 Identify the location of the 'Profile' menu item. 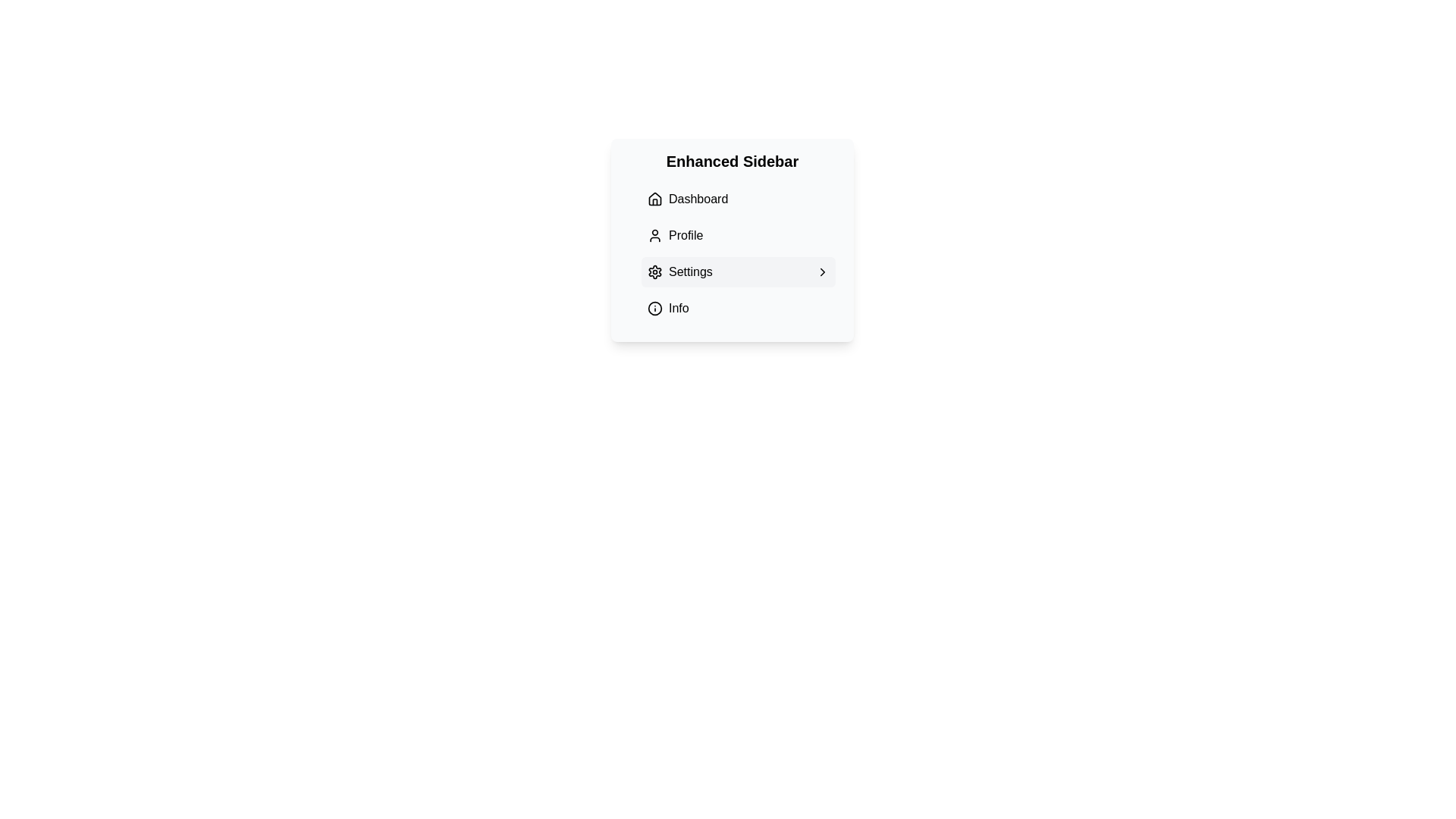
(739, 236).